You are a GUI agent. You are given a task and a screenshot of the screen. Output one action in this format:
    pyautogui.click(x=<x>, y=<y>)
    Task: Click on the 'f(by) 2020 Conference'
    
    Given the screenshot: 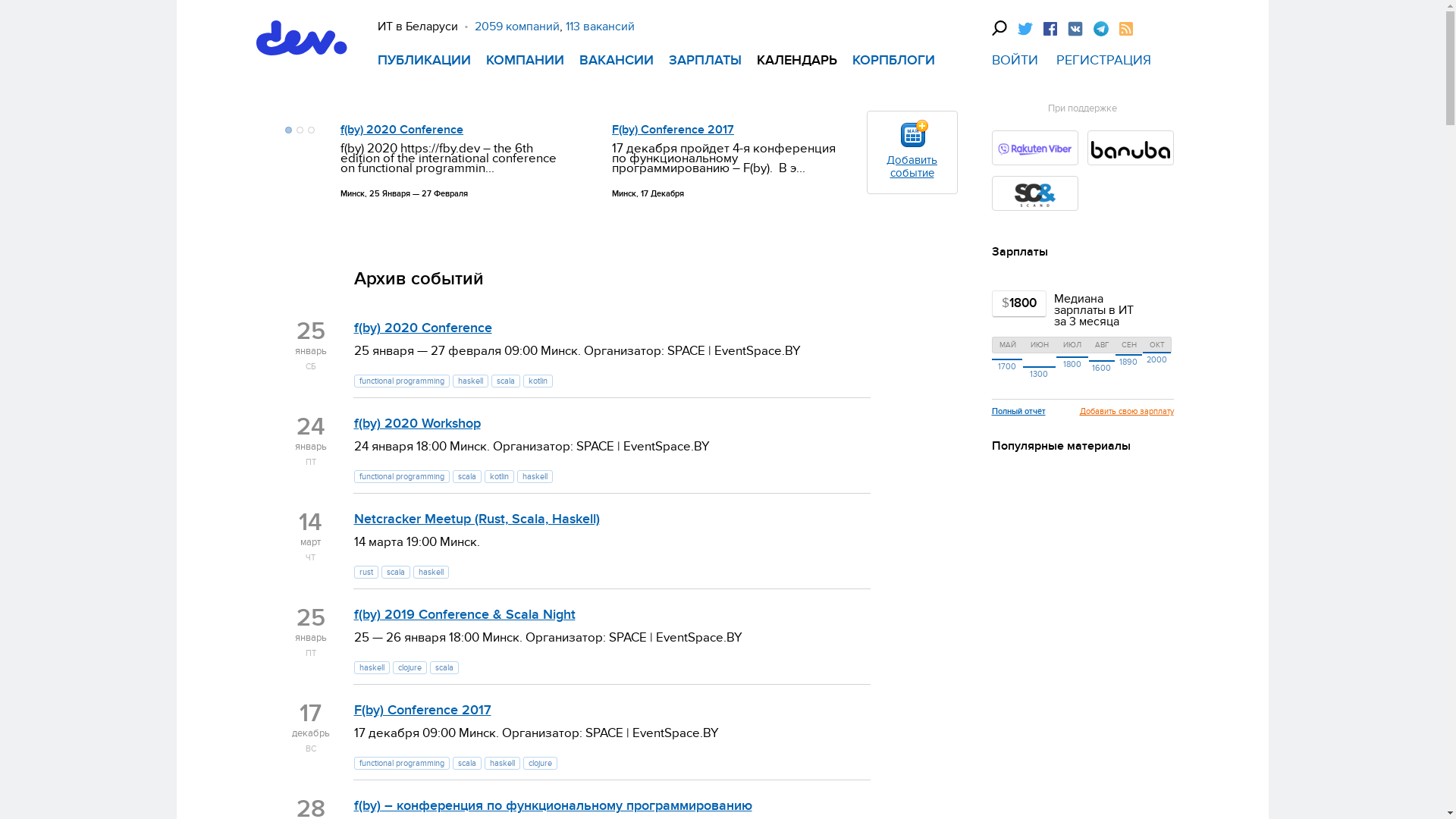 What is the action you would take?
    pyautogui.click(x=401, y=128)
    